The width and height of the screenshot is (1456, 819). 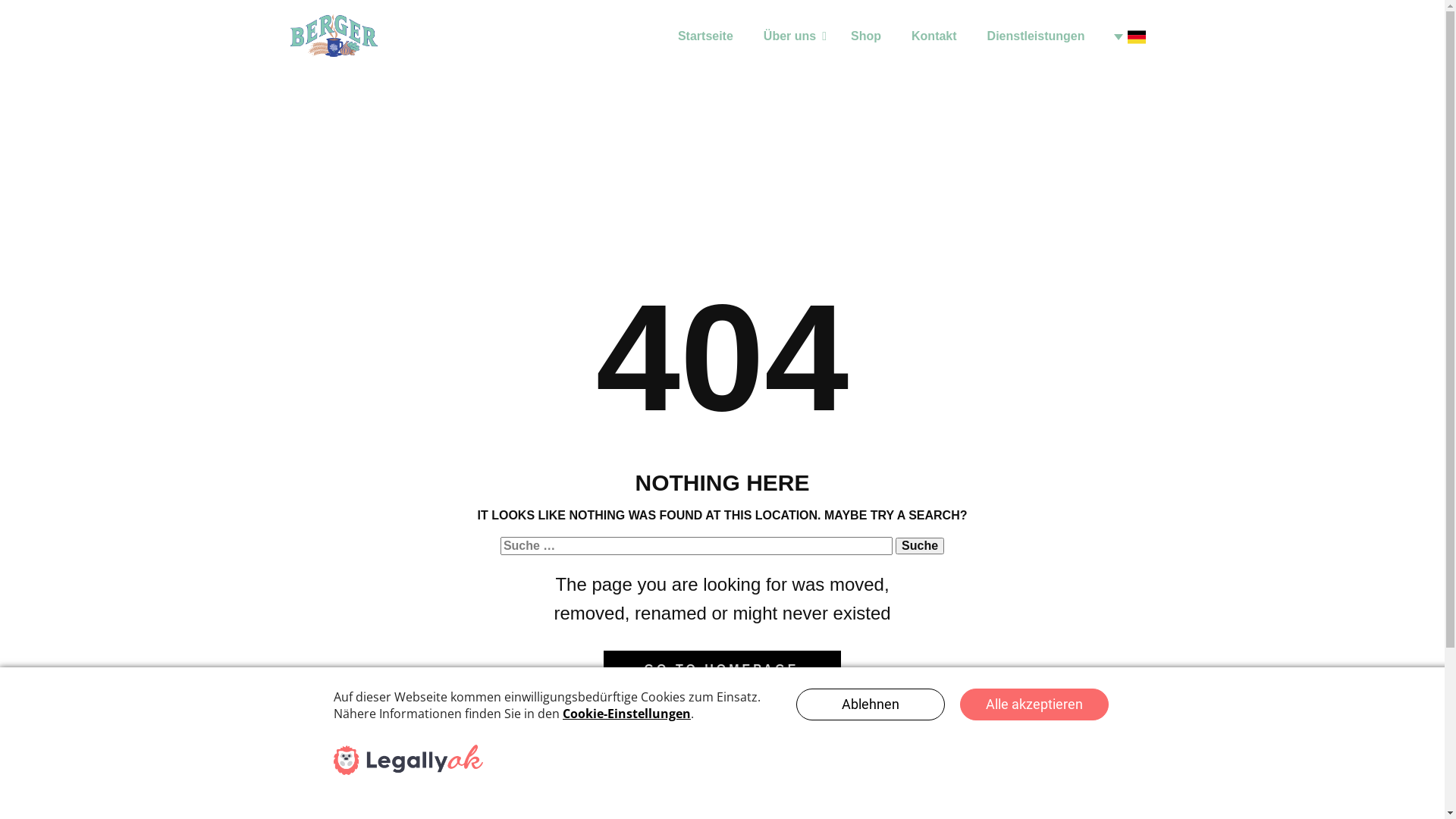 I want to click on 'Suche', so click(x=919, y=546).